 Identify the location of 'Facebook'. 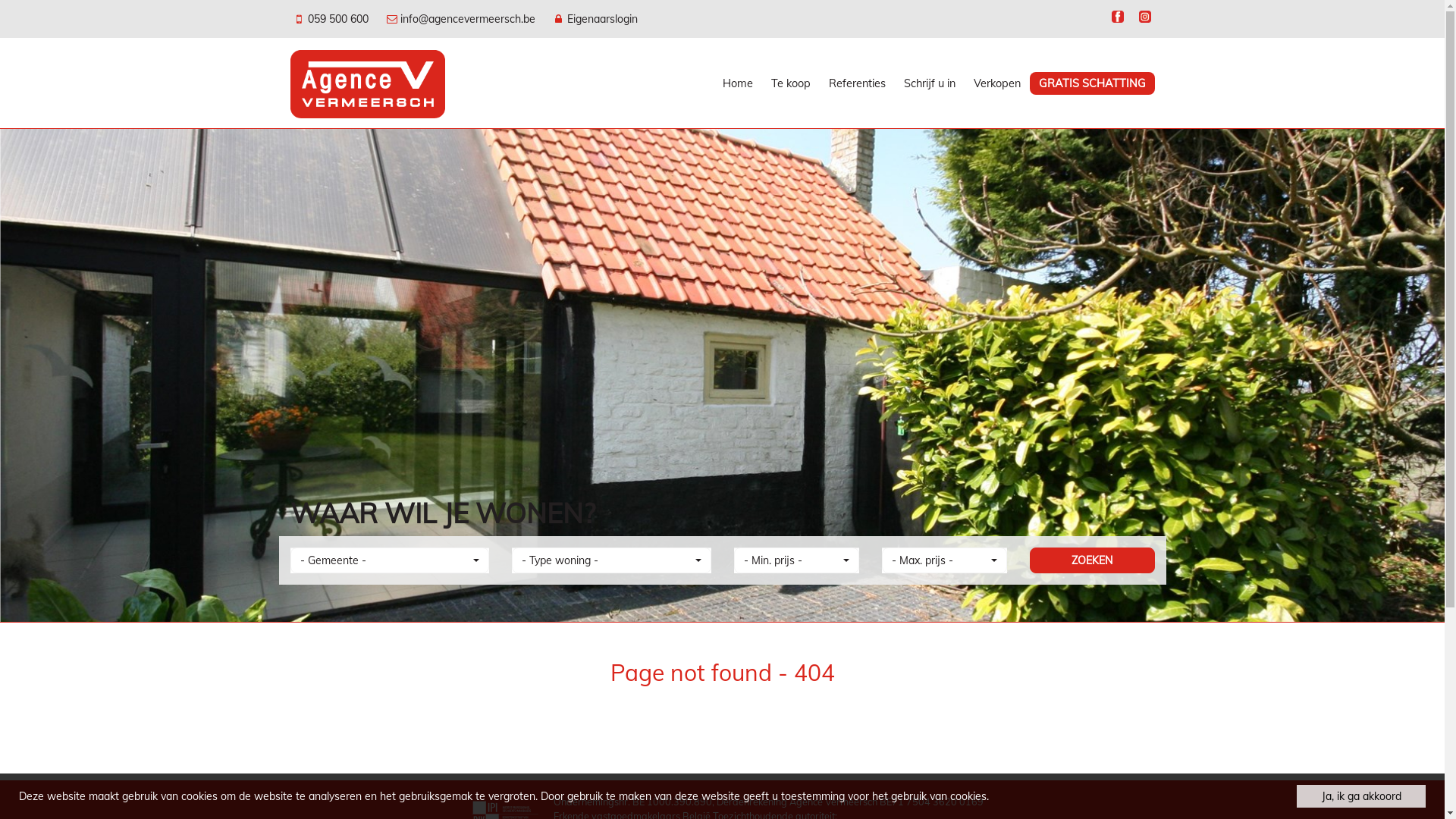
(1117, 18).